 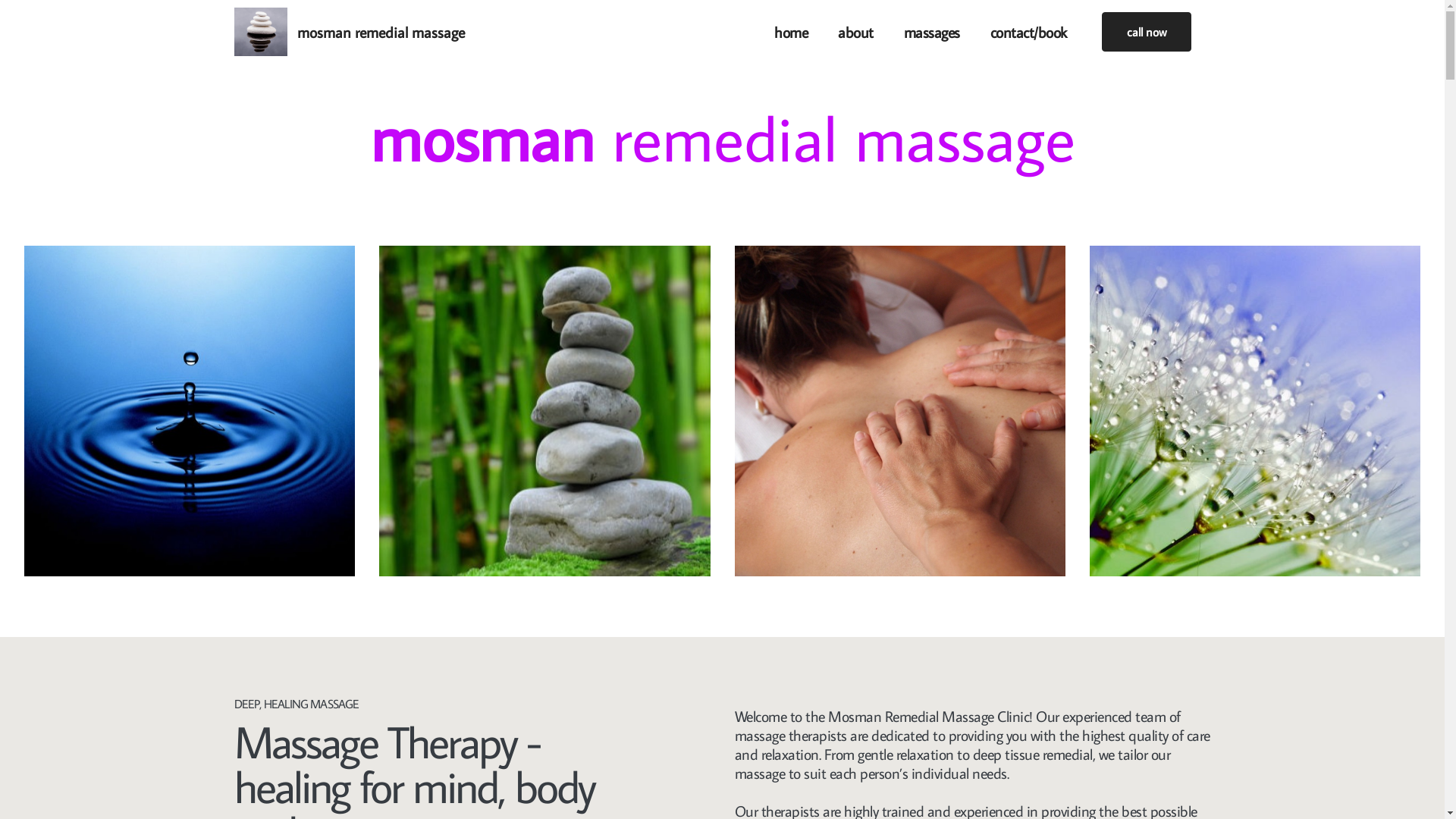 What do you see at coordinates (1028, 32) in the screenshot?
I see `'contact/book'` at bounding box center [1028, 32].